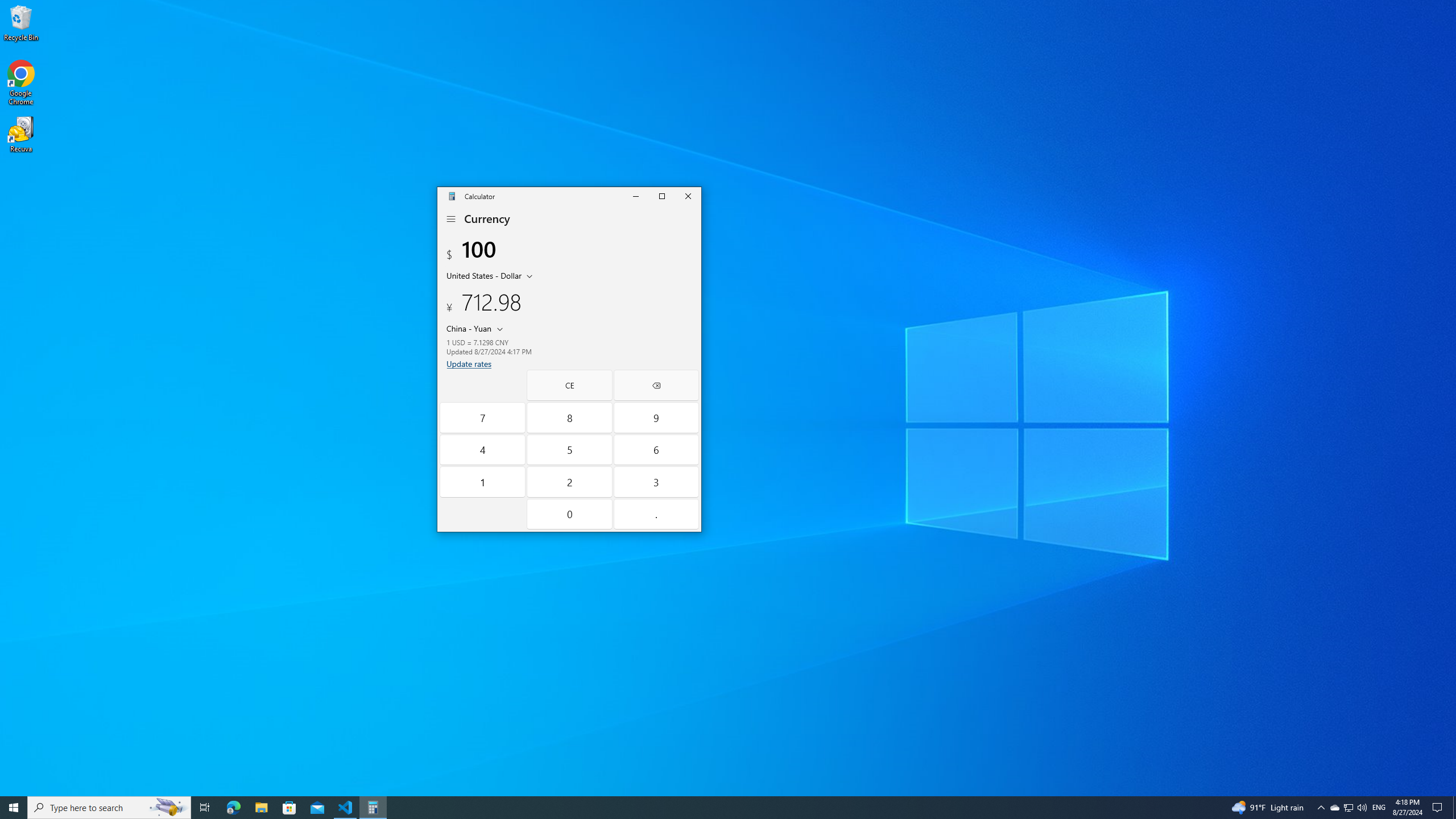  I want to click on 'Running applications', so click(706, 806).